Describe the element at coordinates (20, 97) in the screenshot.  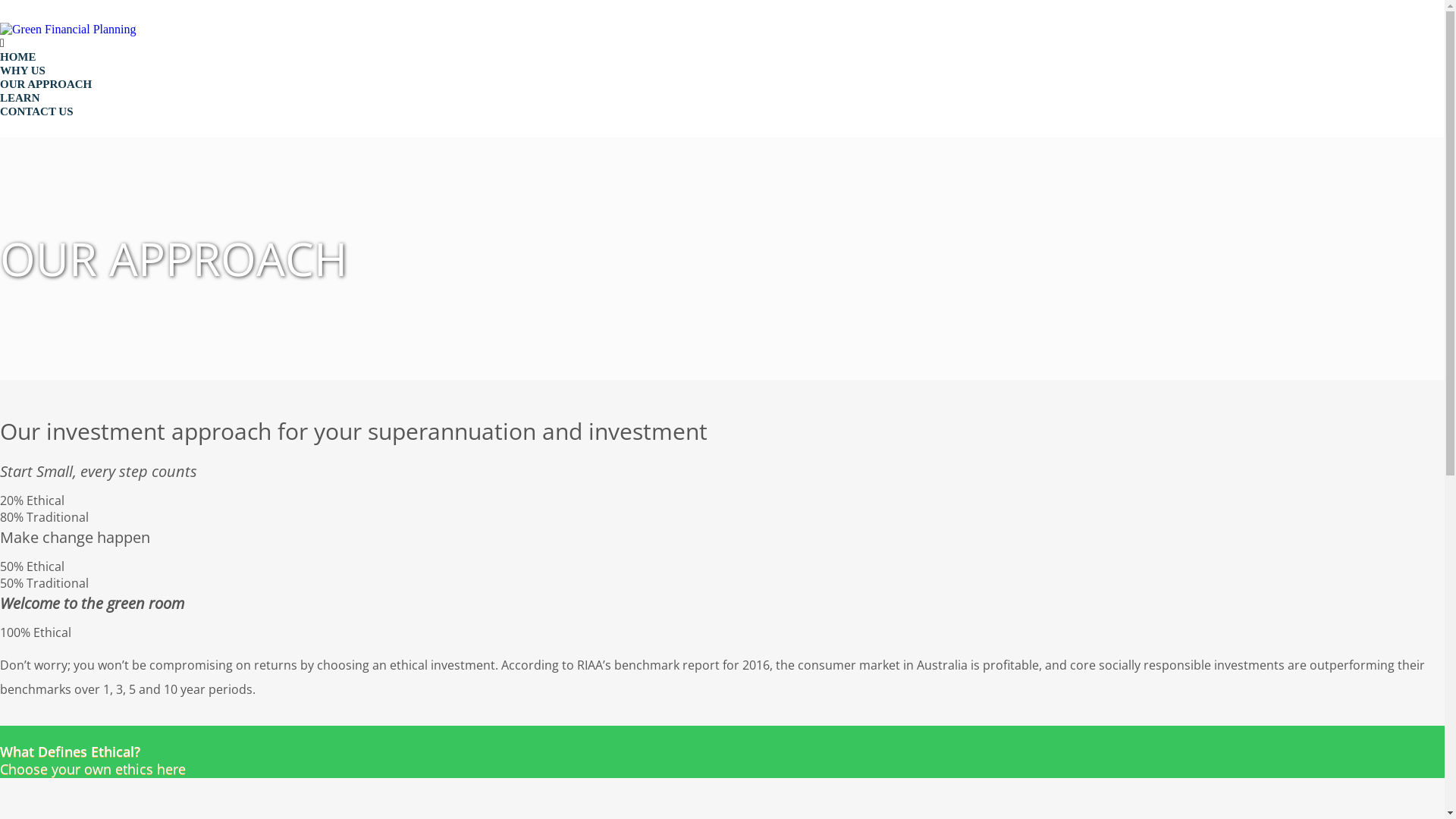
I see `'LEARN'` at that location.